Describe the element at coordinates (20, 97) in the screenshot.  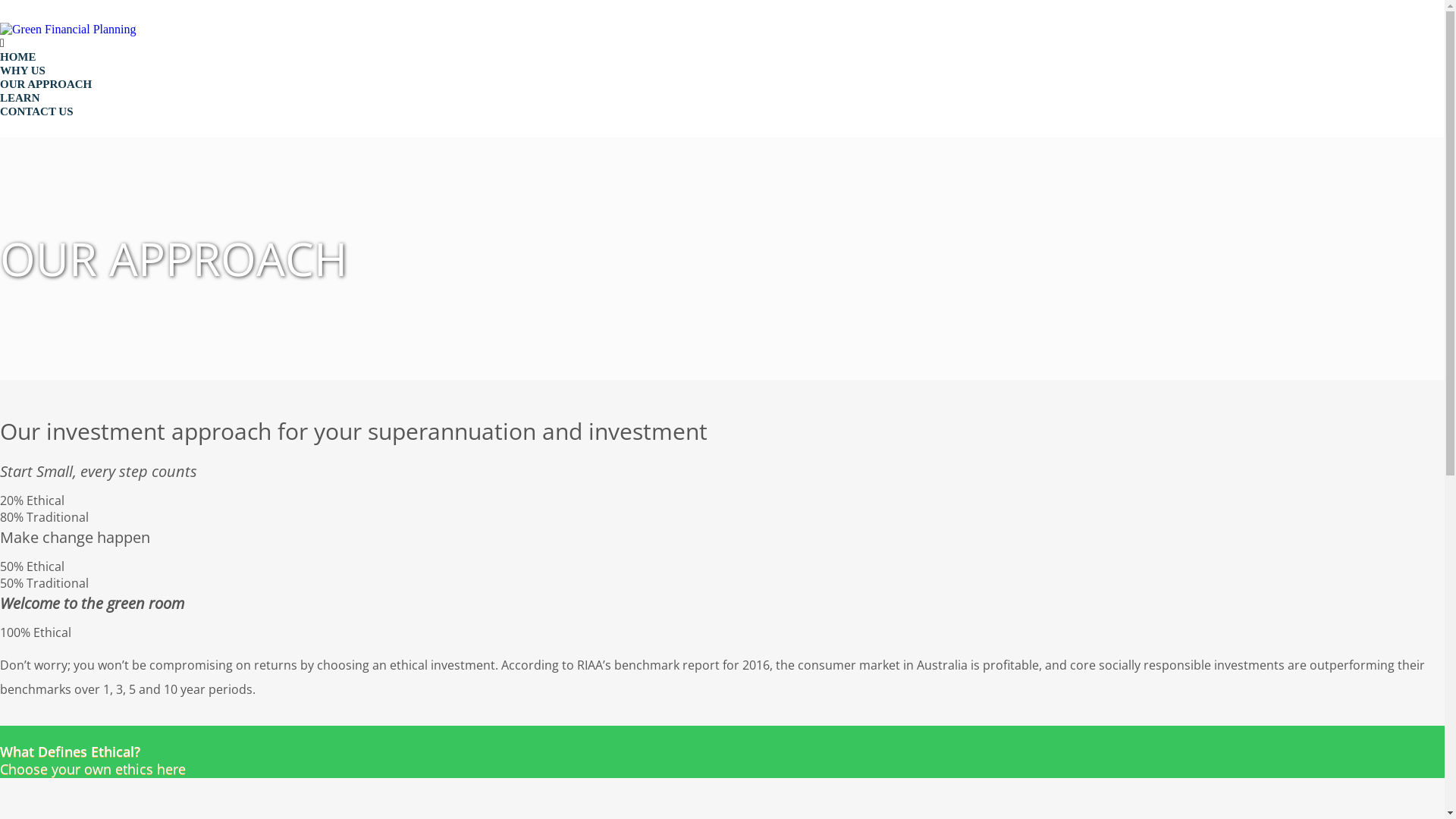
I see `'LEARN'` at that location.